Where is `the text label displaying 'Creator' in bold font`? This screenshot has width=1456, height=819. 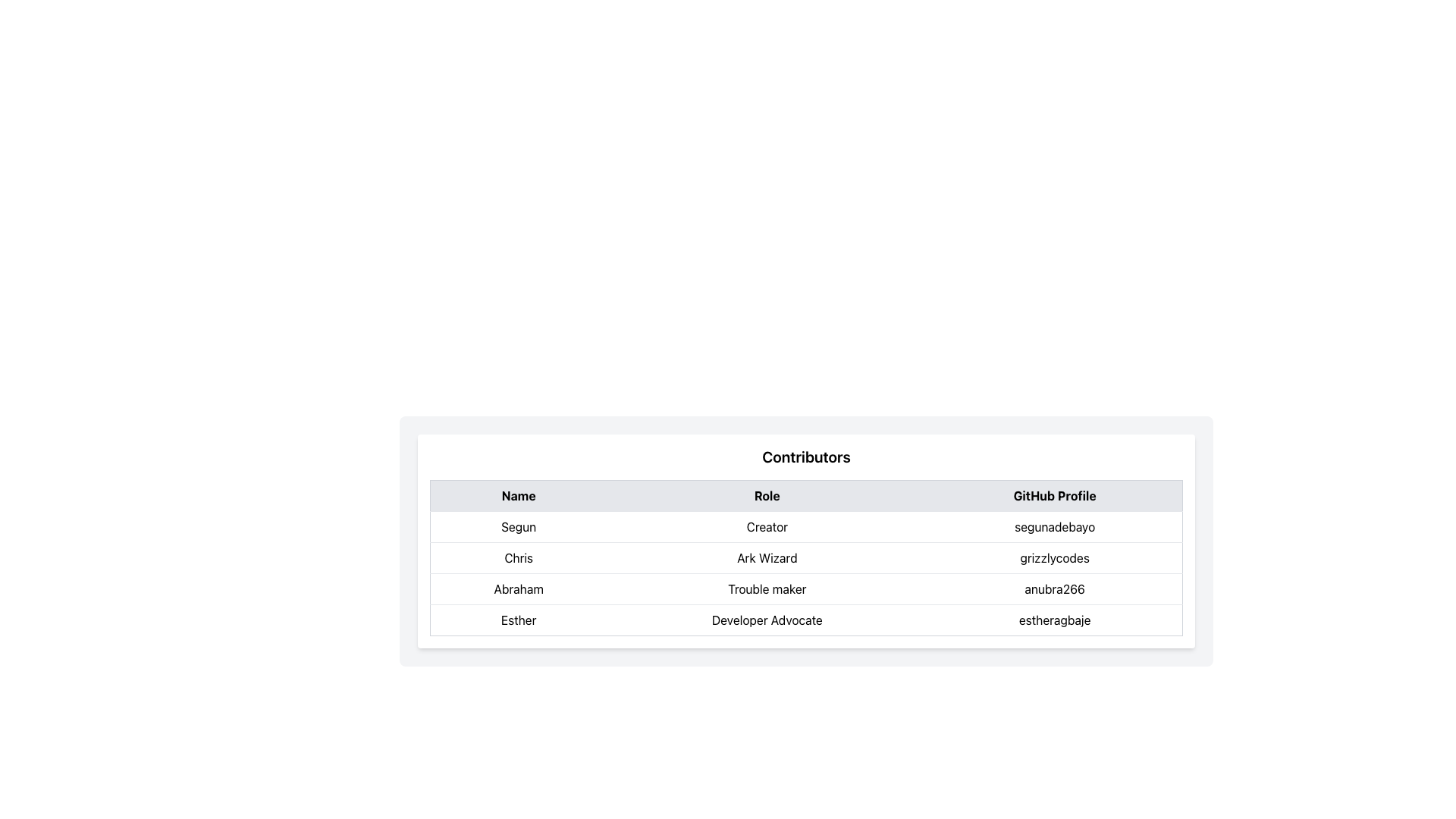 the text label displaying 'Creator' in bold font is located at coordinates (767, 526).